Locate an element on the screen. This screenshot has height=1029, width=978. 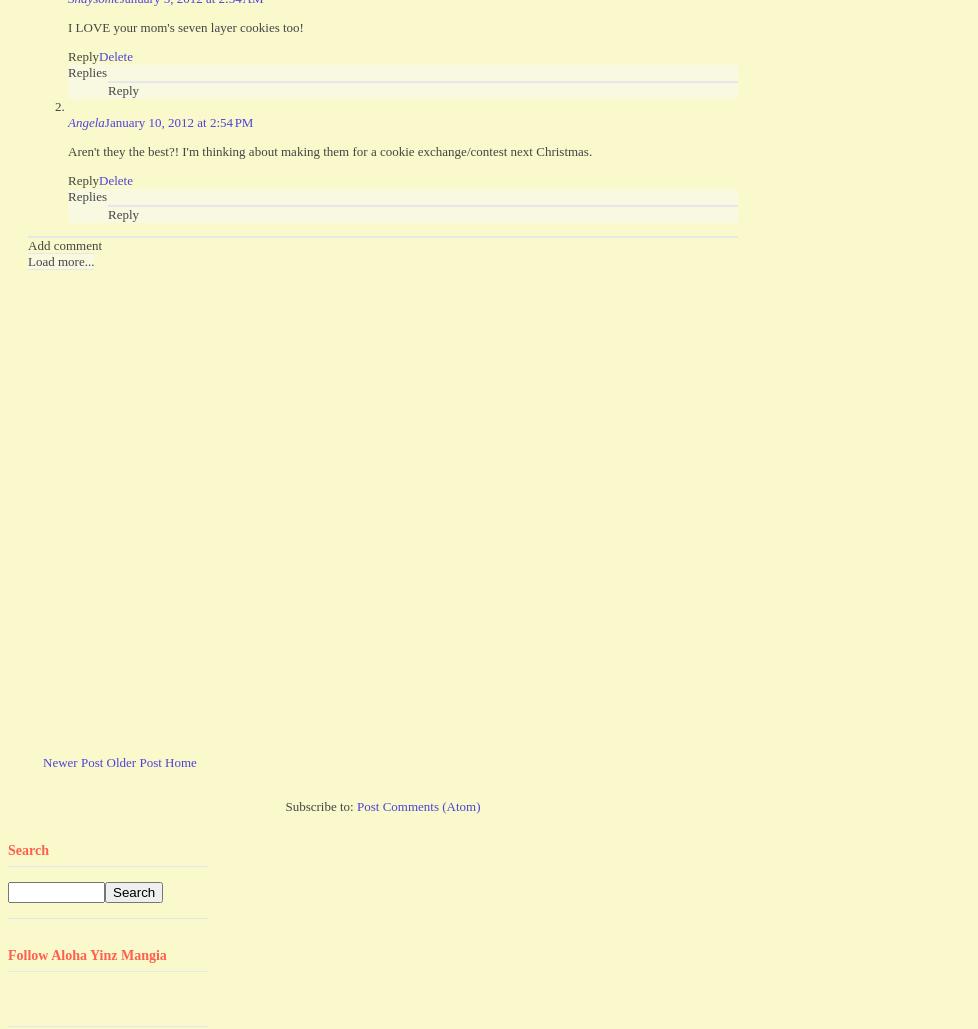
'Newer Post' is located at coordinates (43, 761).